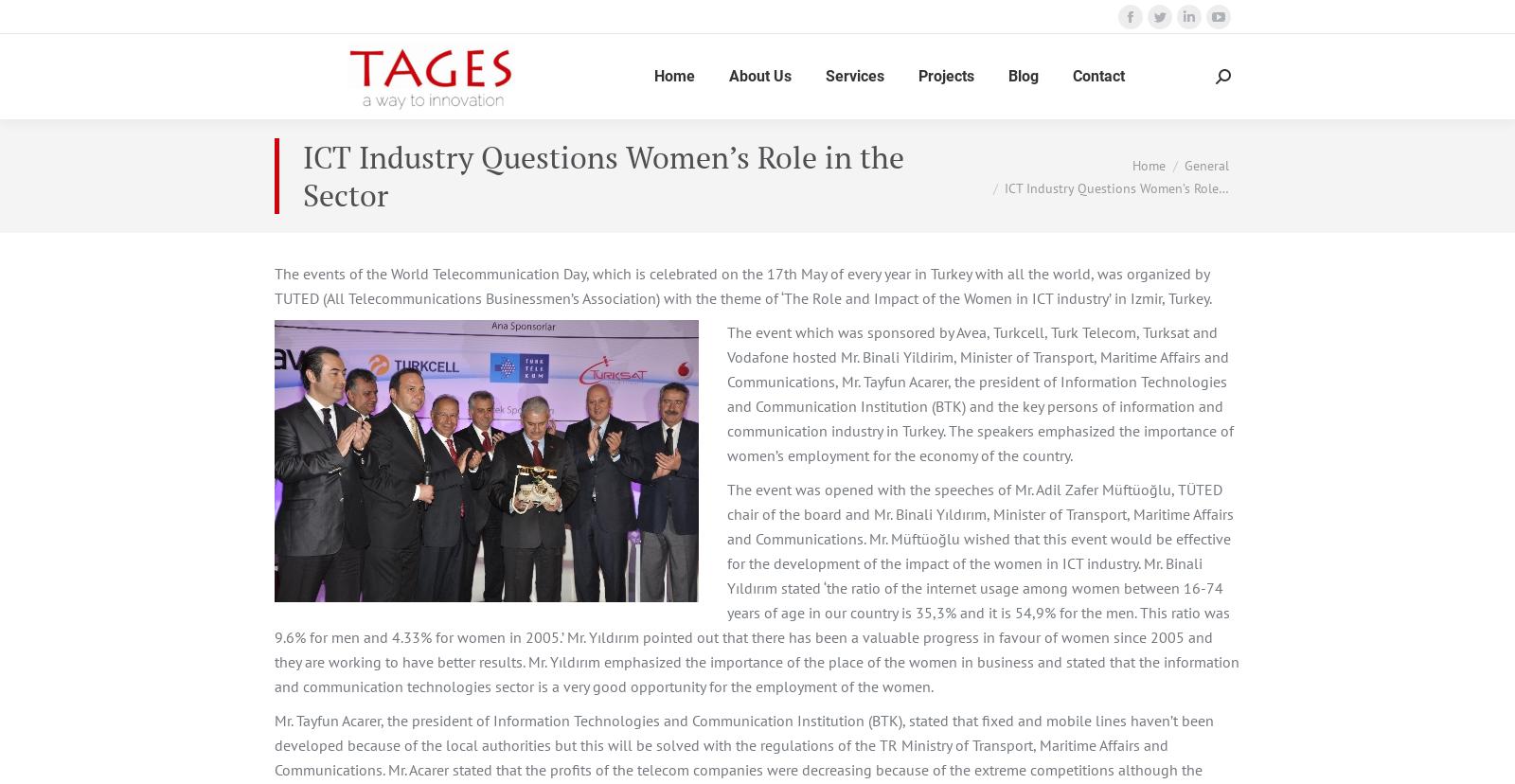  What do you see at coordinates (1116, 186) in the screenshot?
I see `'ICT Industry Questions Women’s Role…'` at bounding box center [1116, 186].